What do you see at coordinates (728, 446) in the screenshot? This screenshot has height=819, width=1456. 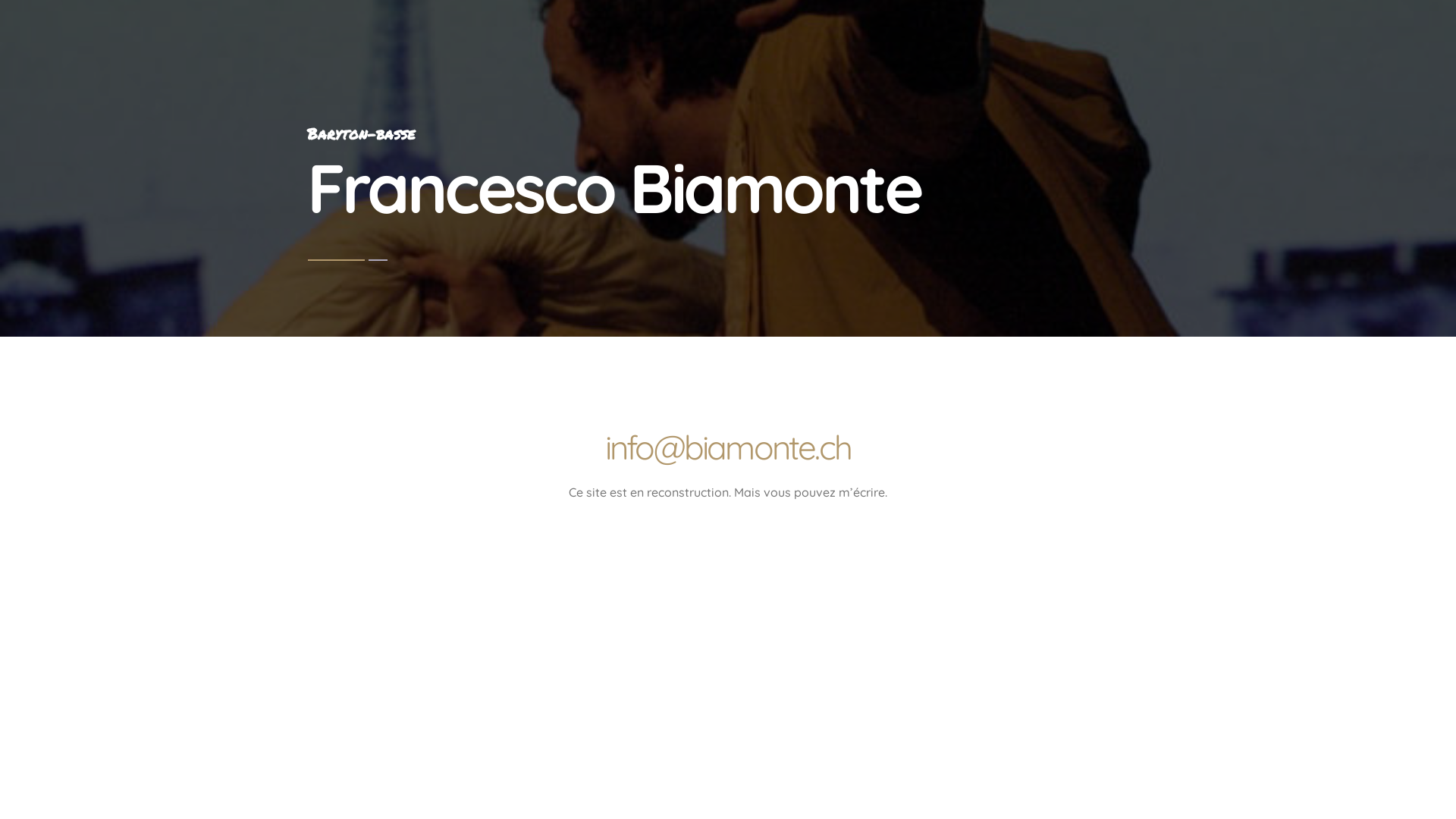 I see `'info@biamonte.ch'` at bounding box center [728, 446].